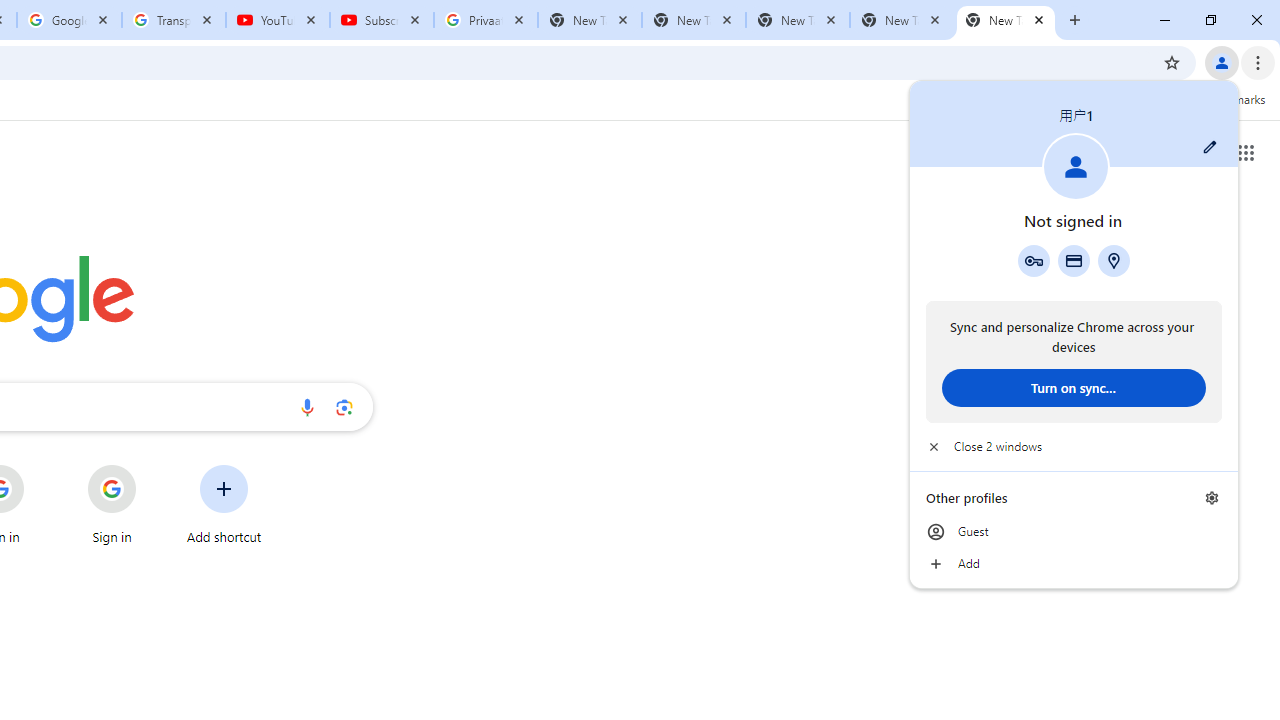  Describe the element at coordinates (1033, 260) in the screenshot. I see `'Google Password Manager'` at that location.